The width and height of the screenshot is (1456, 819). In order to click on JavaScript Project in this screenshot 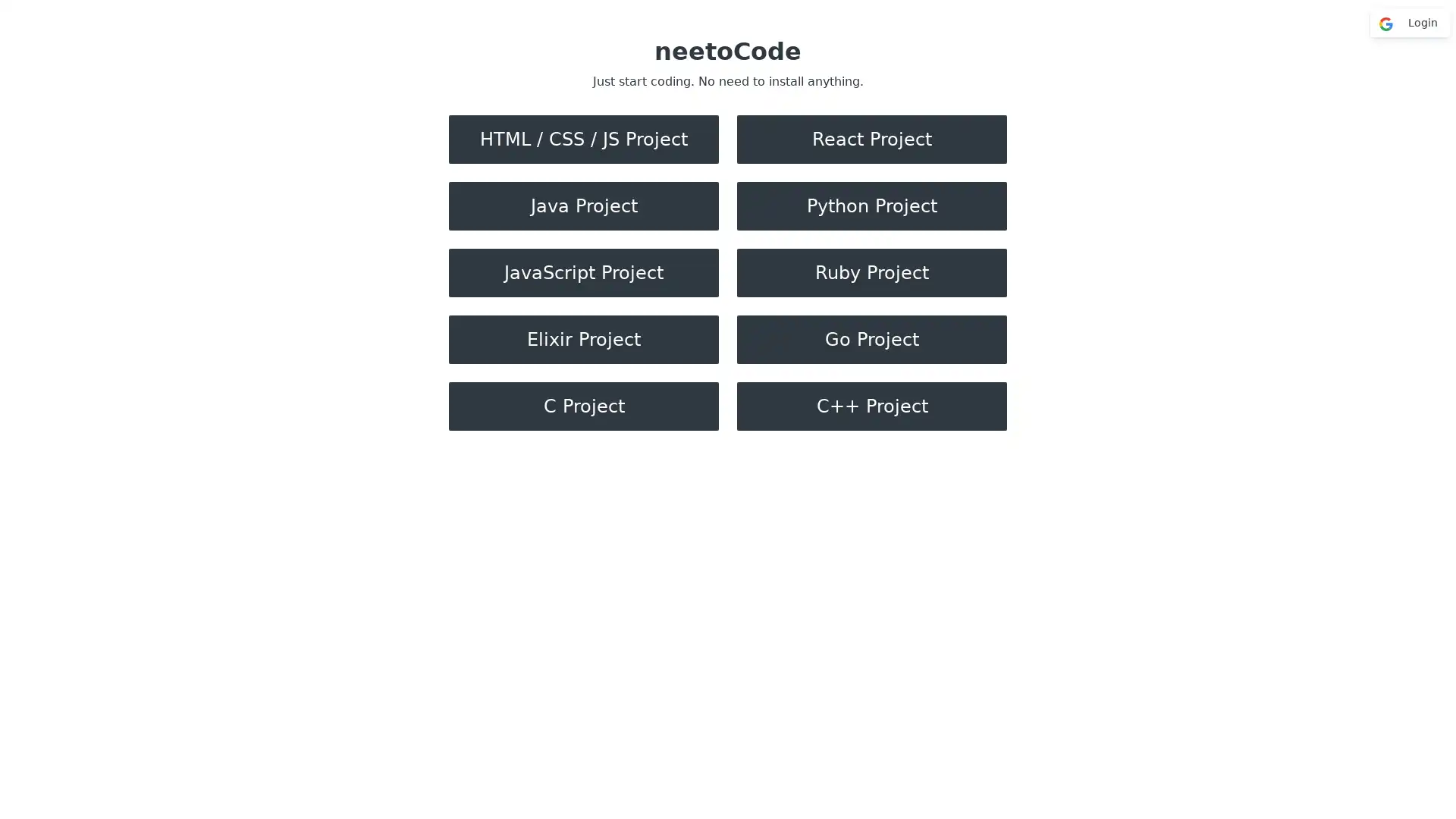, I will do `click(582, 271)`.